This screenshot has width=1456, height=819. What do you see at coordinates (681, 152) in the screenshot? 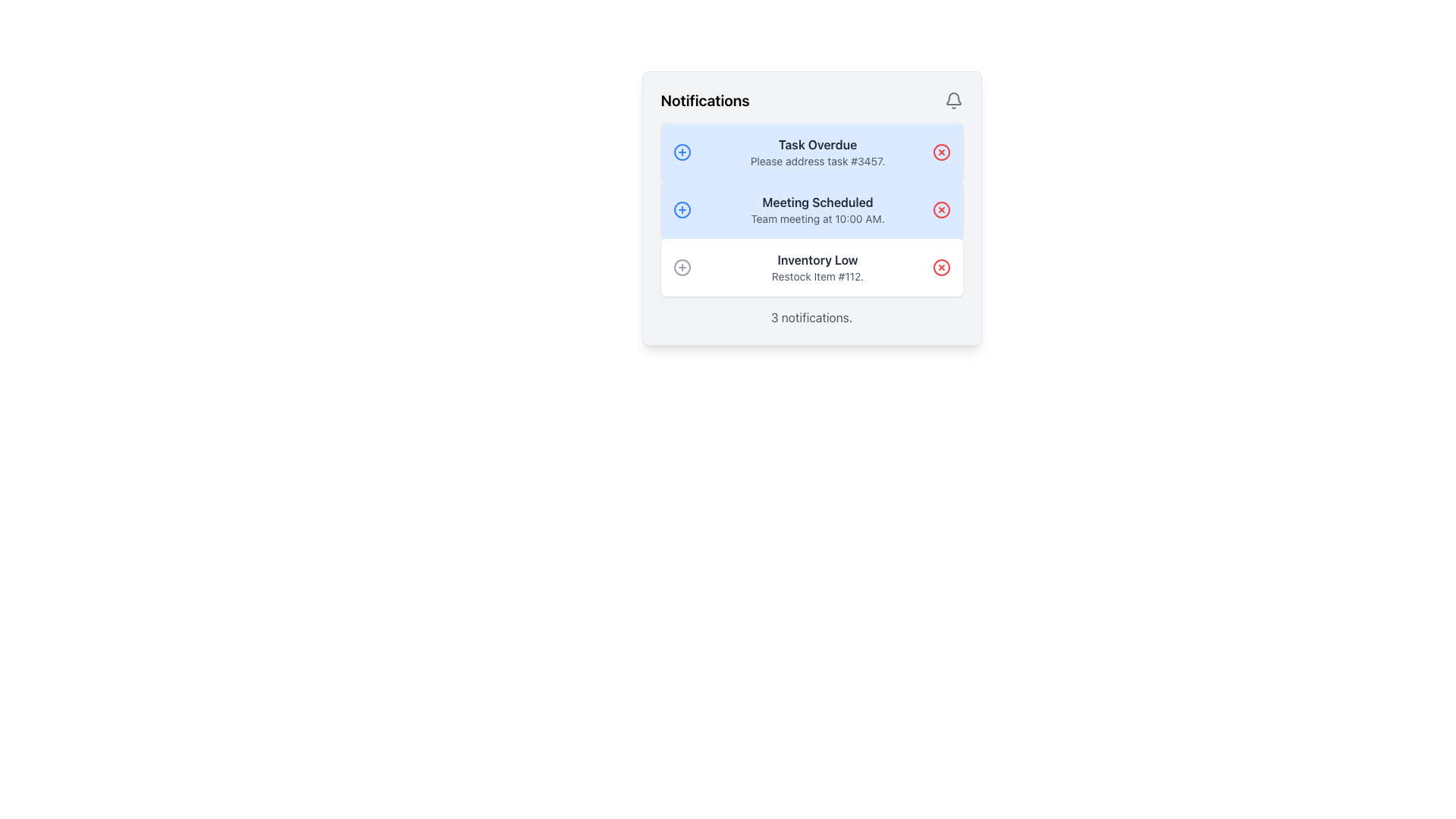
I see `the circular icon button with a blue outline and a blue plus sign, located to the left of the 'Task Overdue' notification` at bounding box center [681, 152].